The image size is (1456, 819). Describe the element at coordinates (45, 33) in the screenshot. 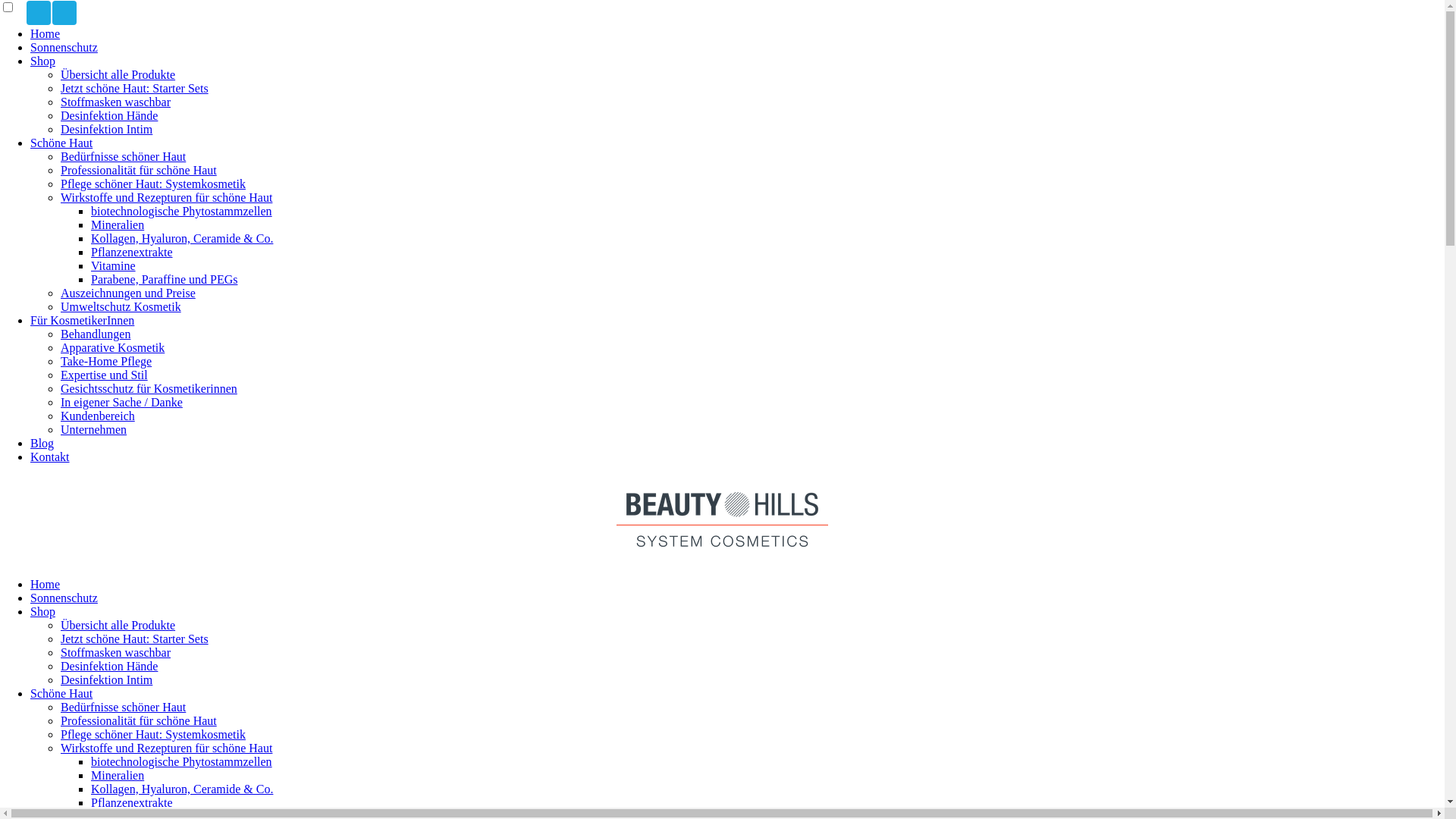

I see `'Home'` at that location.